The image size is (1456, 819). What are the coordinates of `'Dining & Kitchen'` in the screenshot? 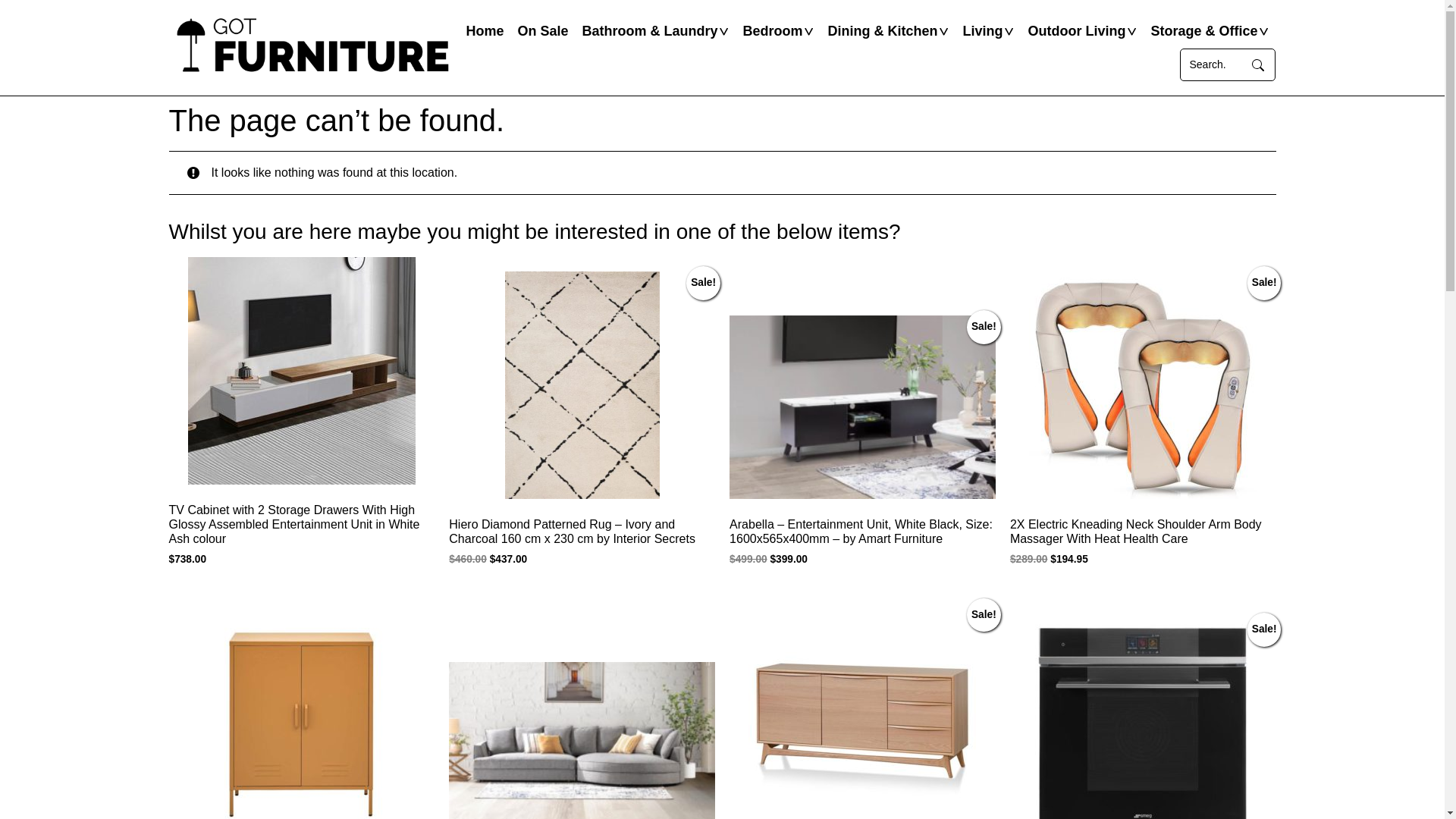 It's located at (882, 31).